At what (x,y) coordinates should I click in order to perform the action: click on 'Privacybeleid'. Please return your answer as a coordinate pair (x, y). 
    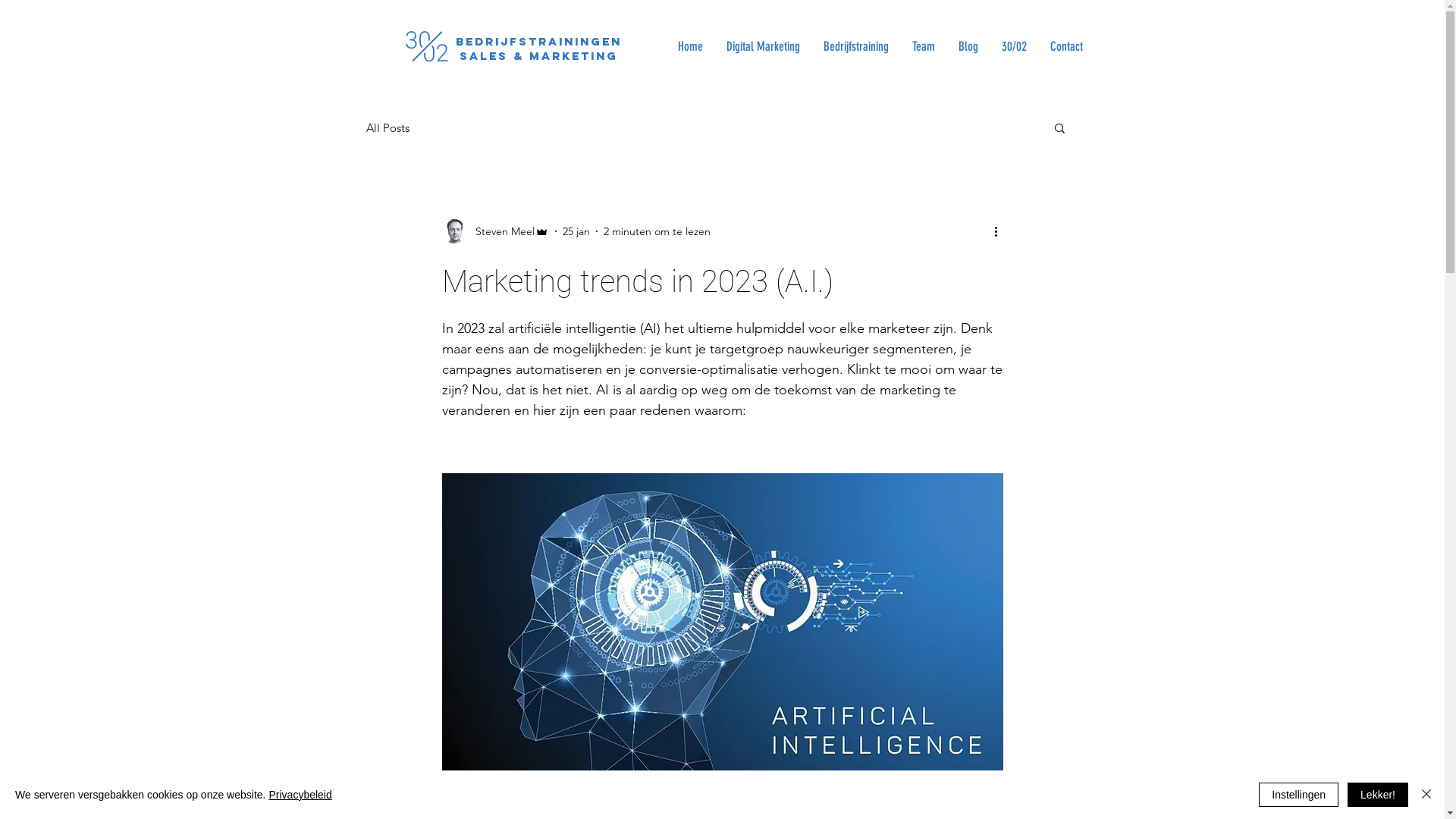
    Looking at the image, I should click on (268, 794).